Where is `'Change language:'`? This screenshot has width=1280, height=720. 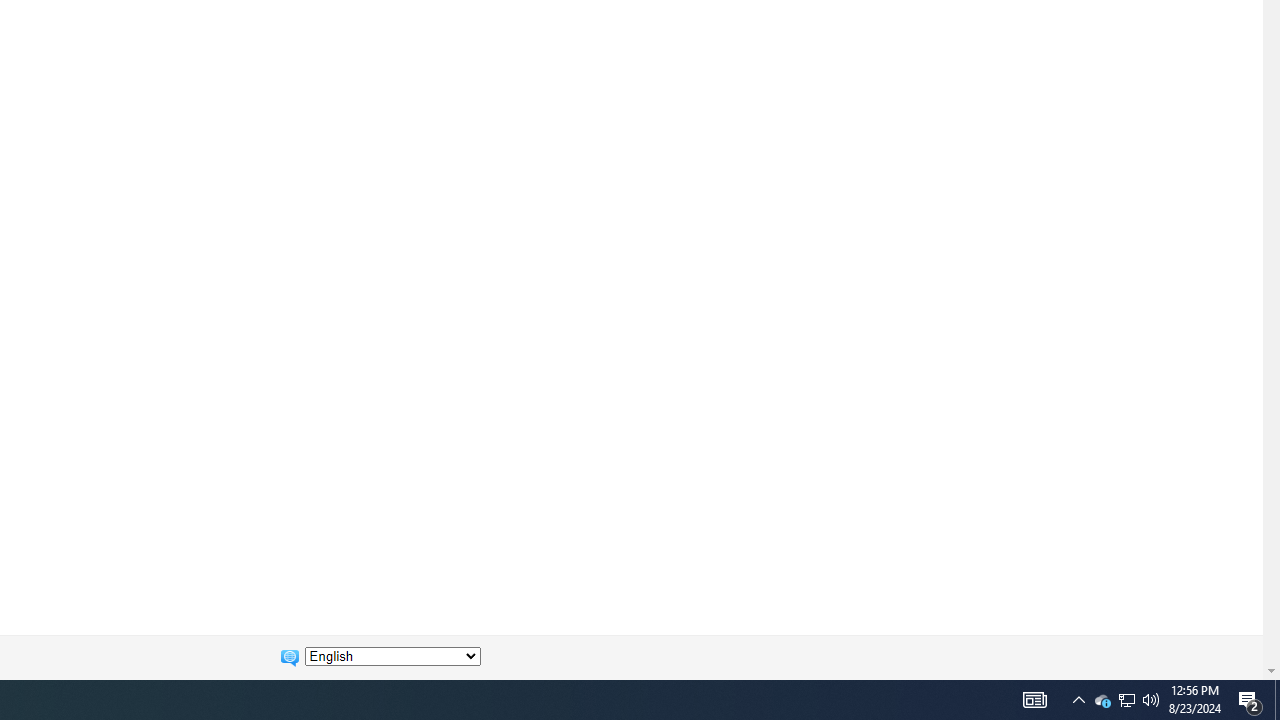 'Change language:' is located at coordinates (392, 656).